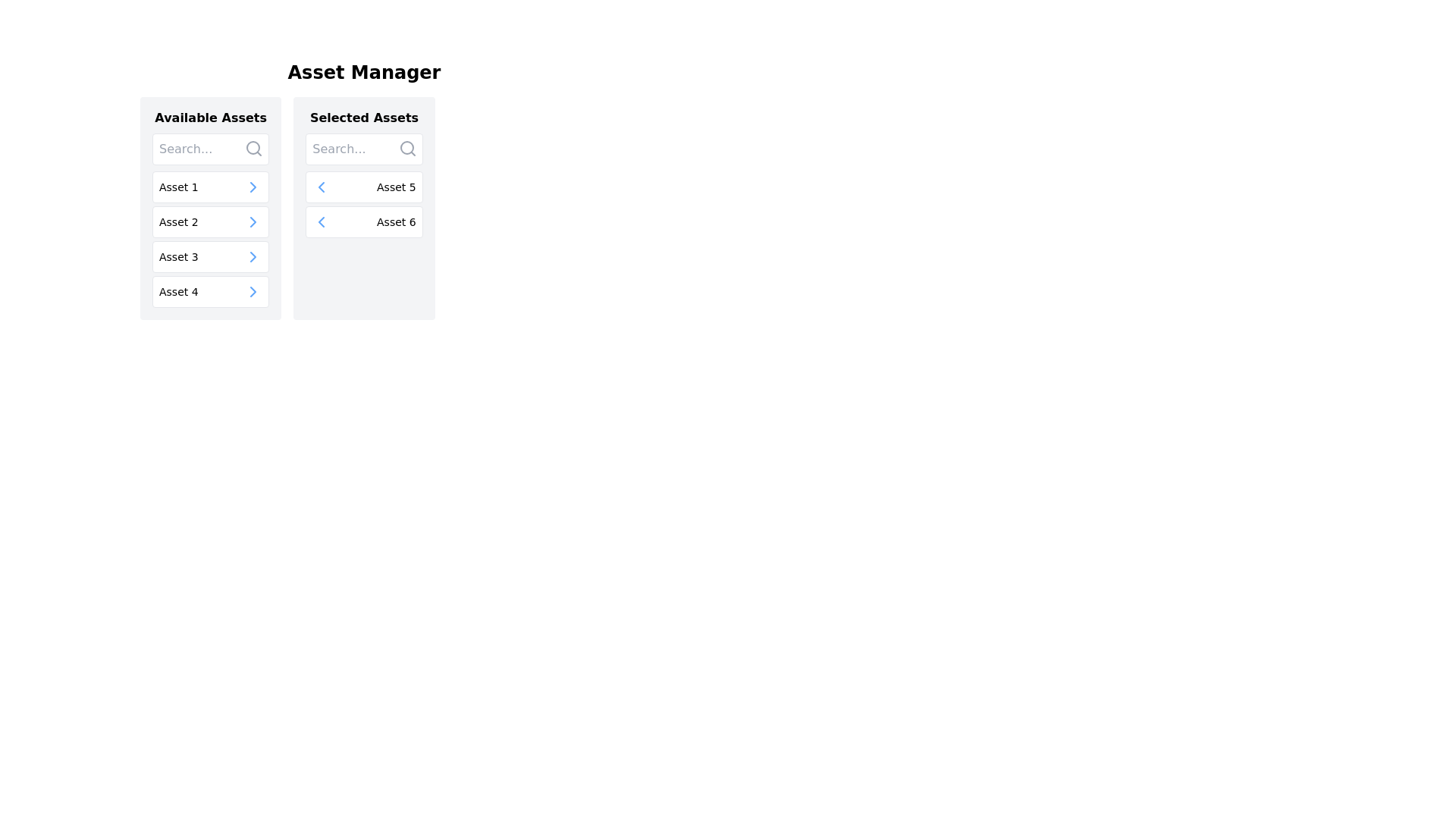  Describe the element at coordinates (364, 117) in the screenshot. I see `the label indicating the section displaying selected items, located at the top of the right panel next to 'Available Assets' under 'Asset Manager'` at that location.